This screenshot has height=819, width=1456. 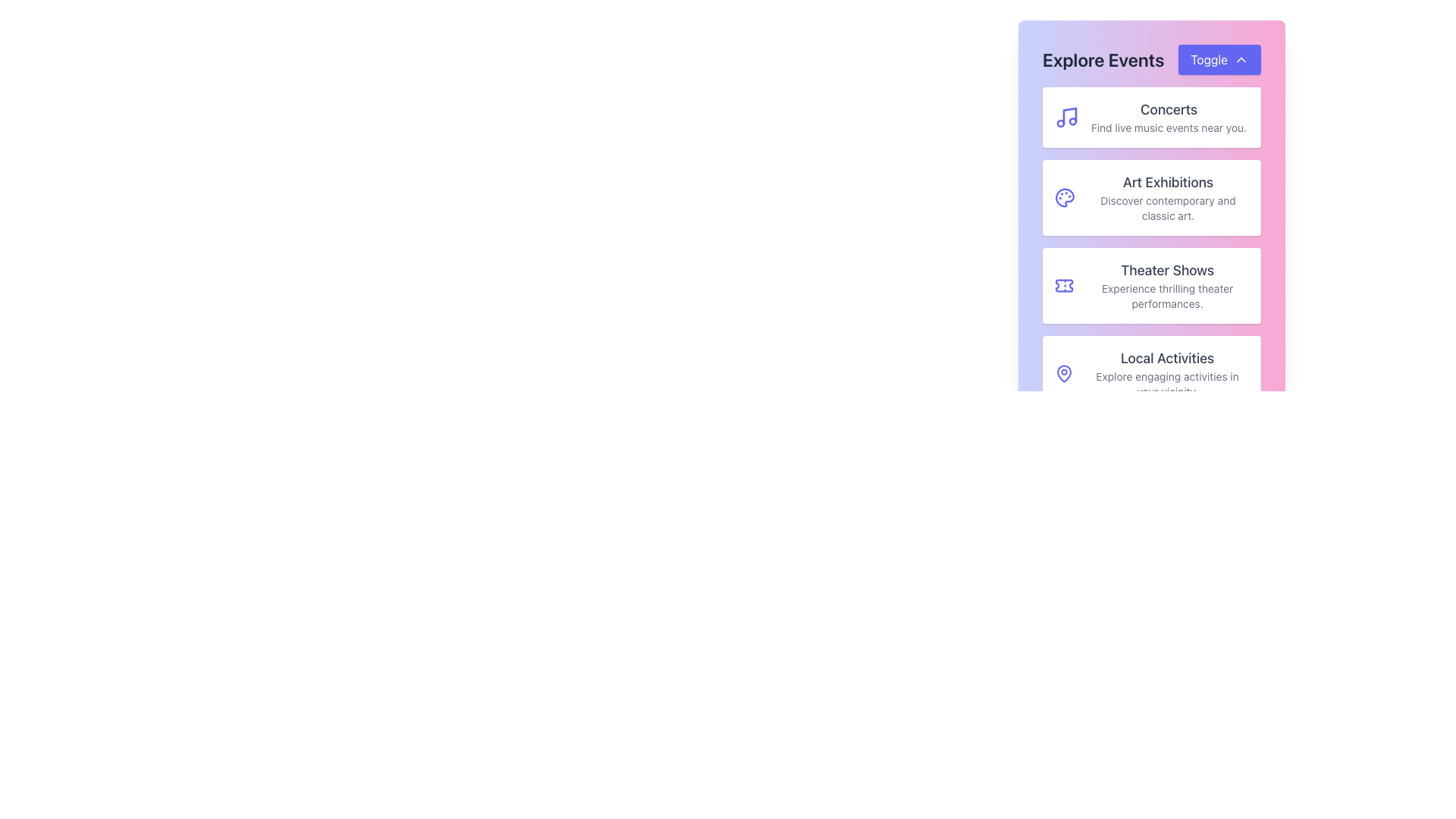 What do you see at coordinates (1166, 359) in the screenshot?
I see `the text label that says 'Local Activities', which is prominently displayed in gray above a descriptive text within the fourth card of the 'Explore Events' section` at bounding box center [1166, 359].